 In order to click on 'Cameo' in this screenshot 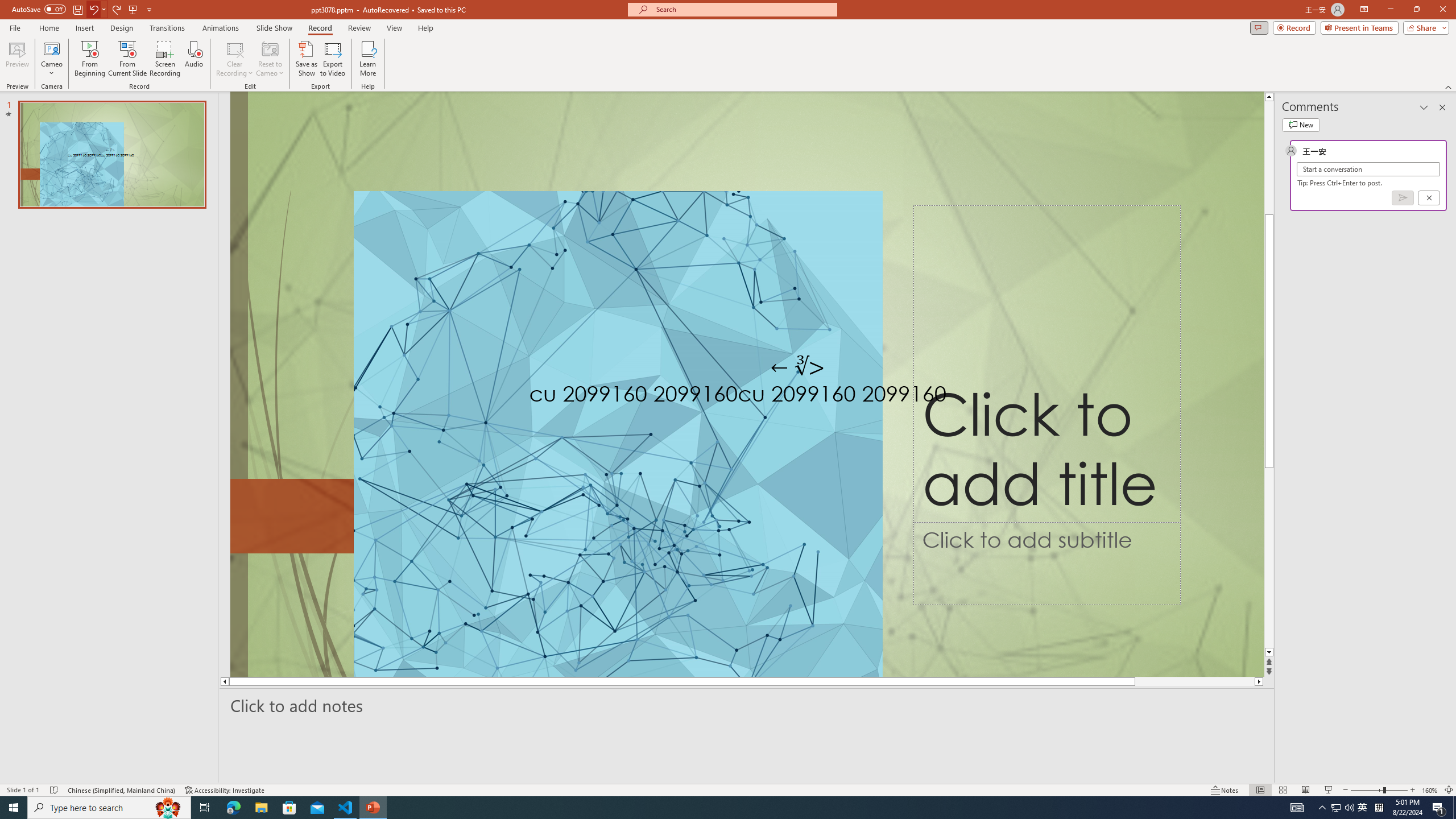, I will do `click(51, 48)`.